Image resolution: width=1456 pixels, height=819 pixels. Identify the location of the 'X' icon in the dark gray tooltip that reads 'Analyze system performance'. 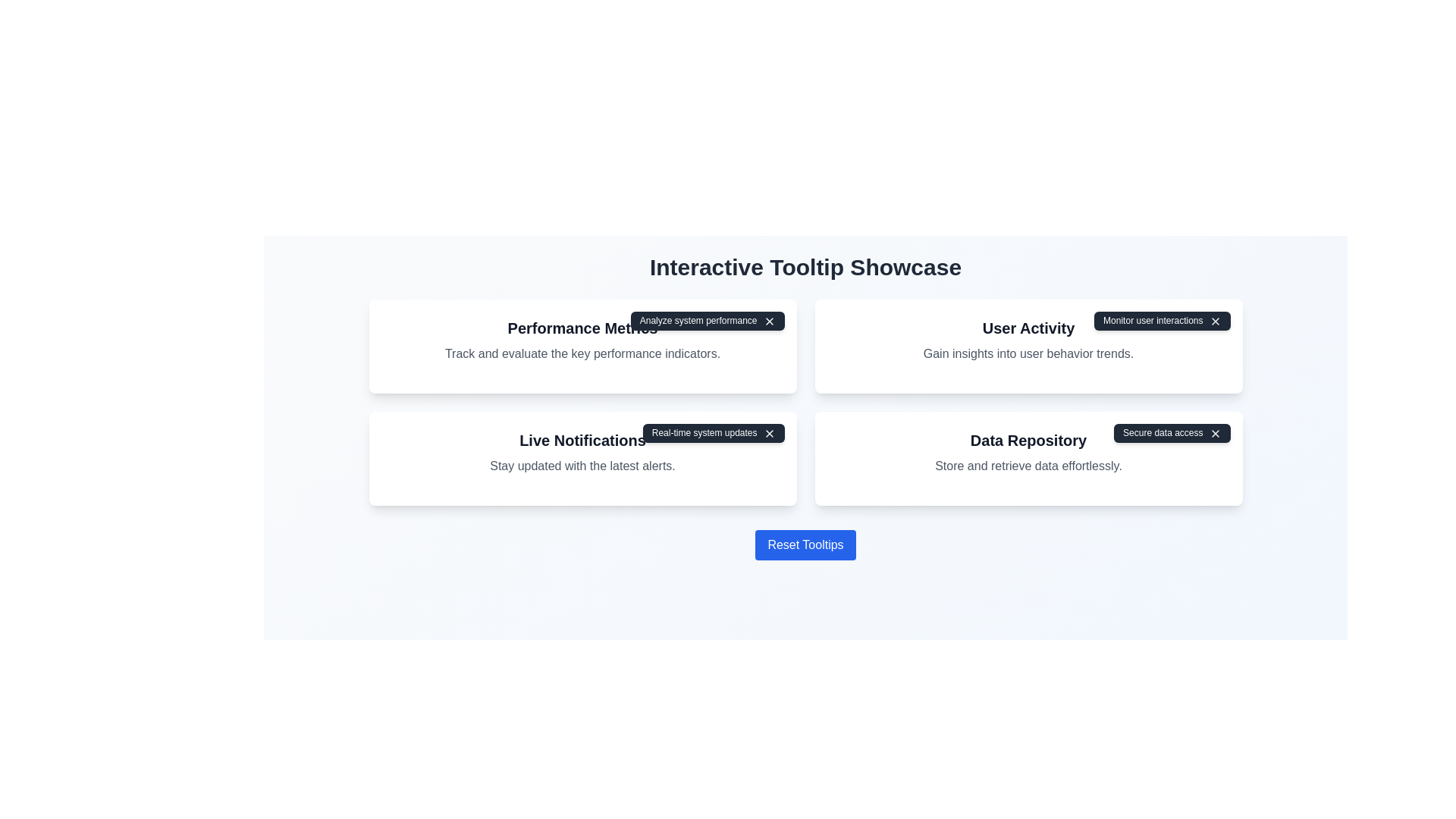
(706, 320).